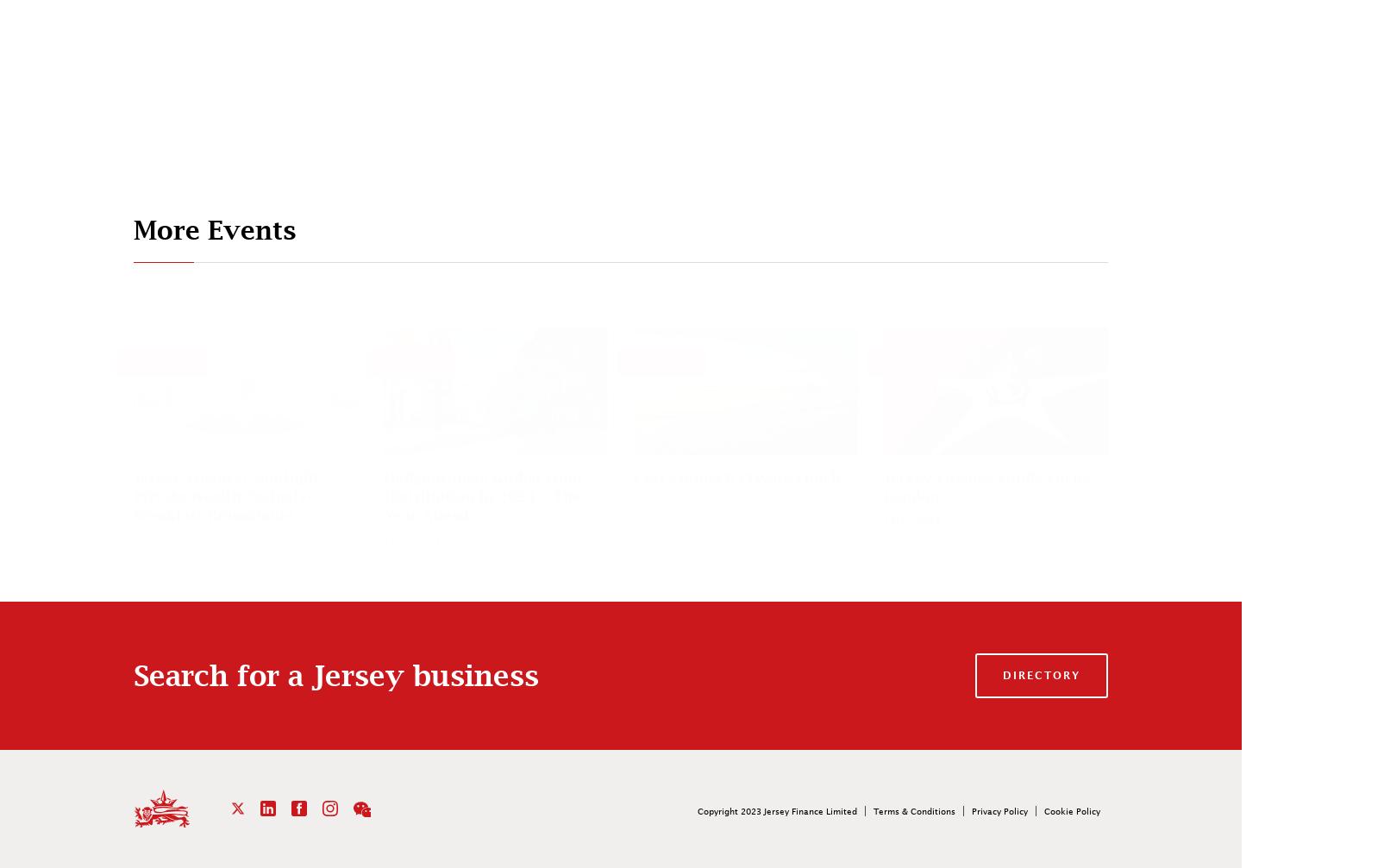 The image size is (1384, 868). What do you see at coordinates (914, 810) in the screenshot?
I see `'Terms & Conditions'` at bounding box center [914, 810].